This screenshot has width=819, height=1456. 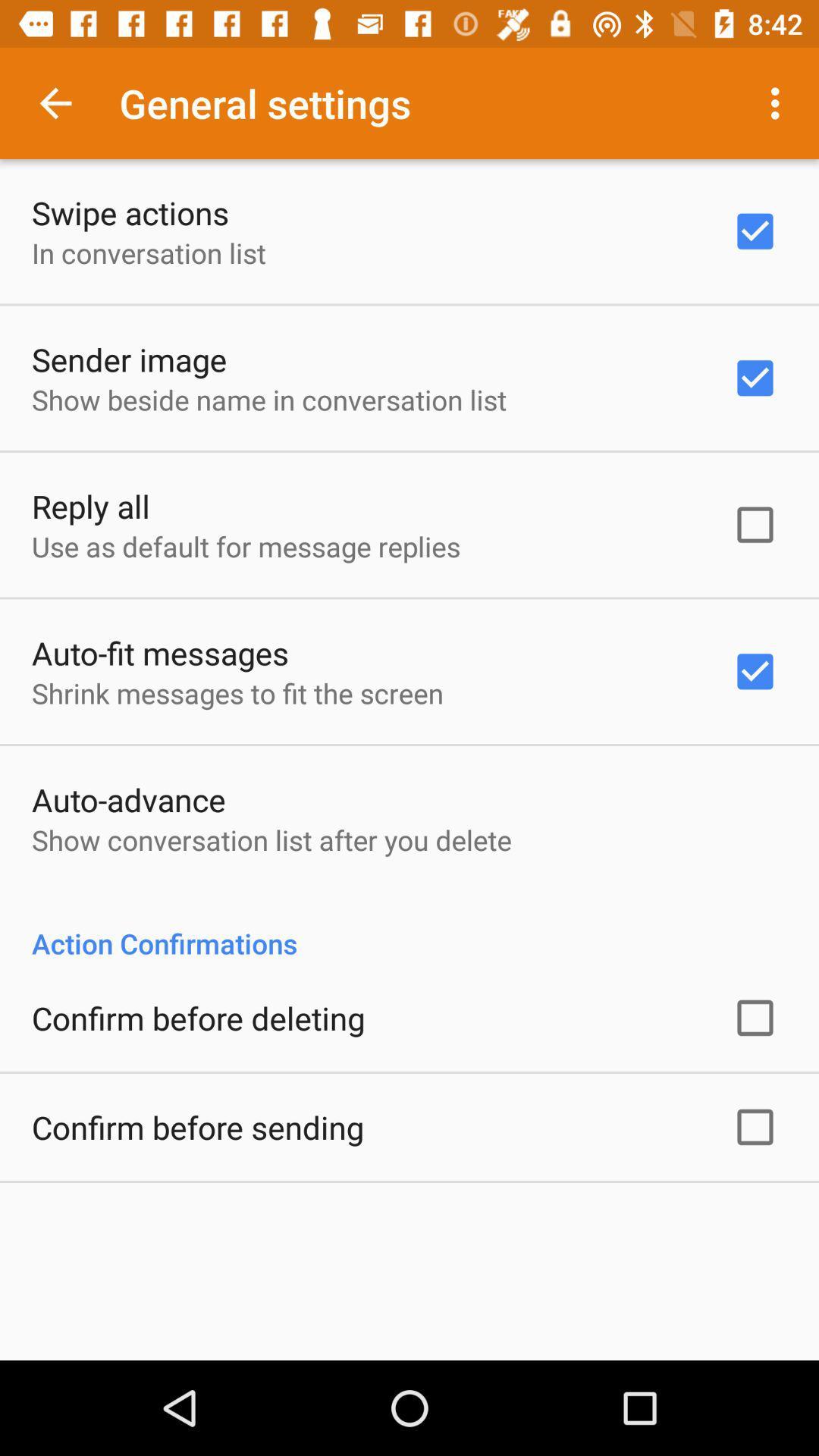 What do you see at coordinates (55, 102) in the screenshot?
I see `icon to the left of general settings` at bounding box center [55, 102].